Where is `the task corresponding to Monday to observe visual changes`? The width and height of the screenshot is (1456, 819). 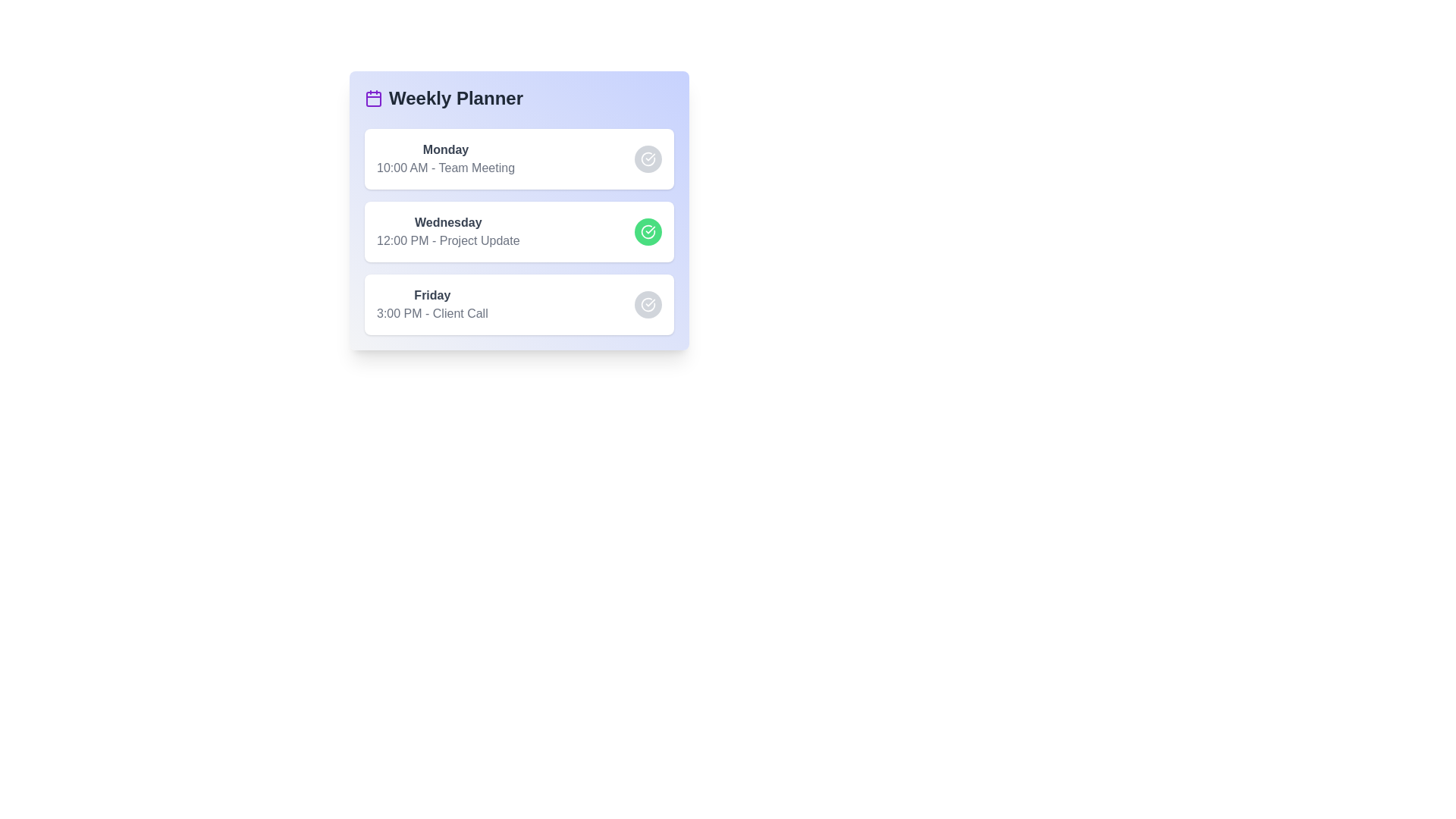 the task corresponding to Monday to observe visual changes is located at coordinates (519, 158).